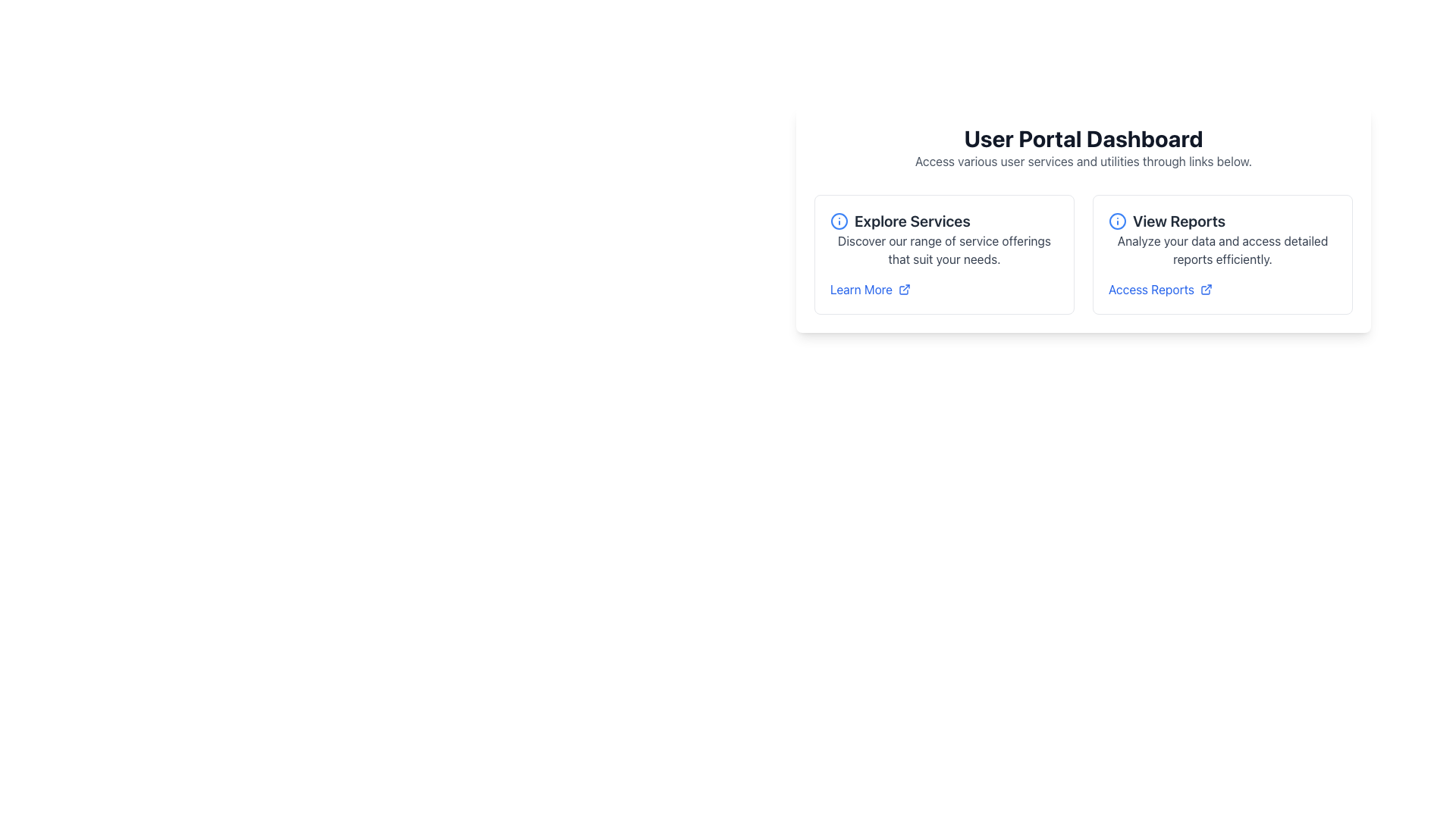  What do you see at coordinates (905, 289) in the screenshot?
I see `the external link icon, which is a small icon with a blue stroke representing an arrow extending from a box, located next to the 'Learn More' text in the 'Explore Services' section` at bounding box center [905, 289].